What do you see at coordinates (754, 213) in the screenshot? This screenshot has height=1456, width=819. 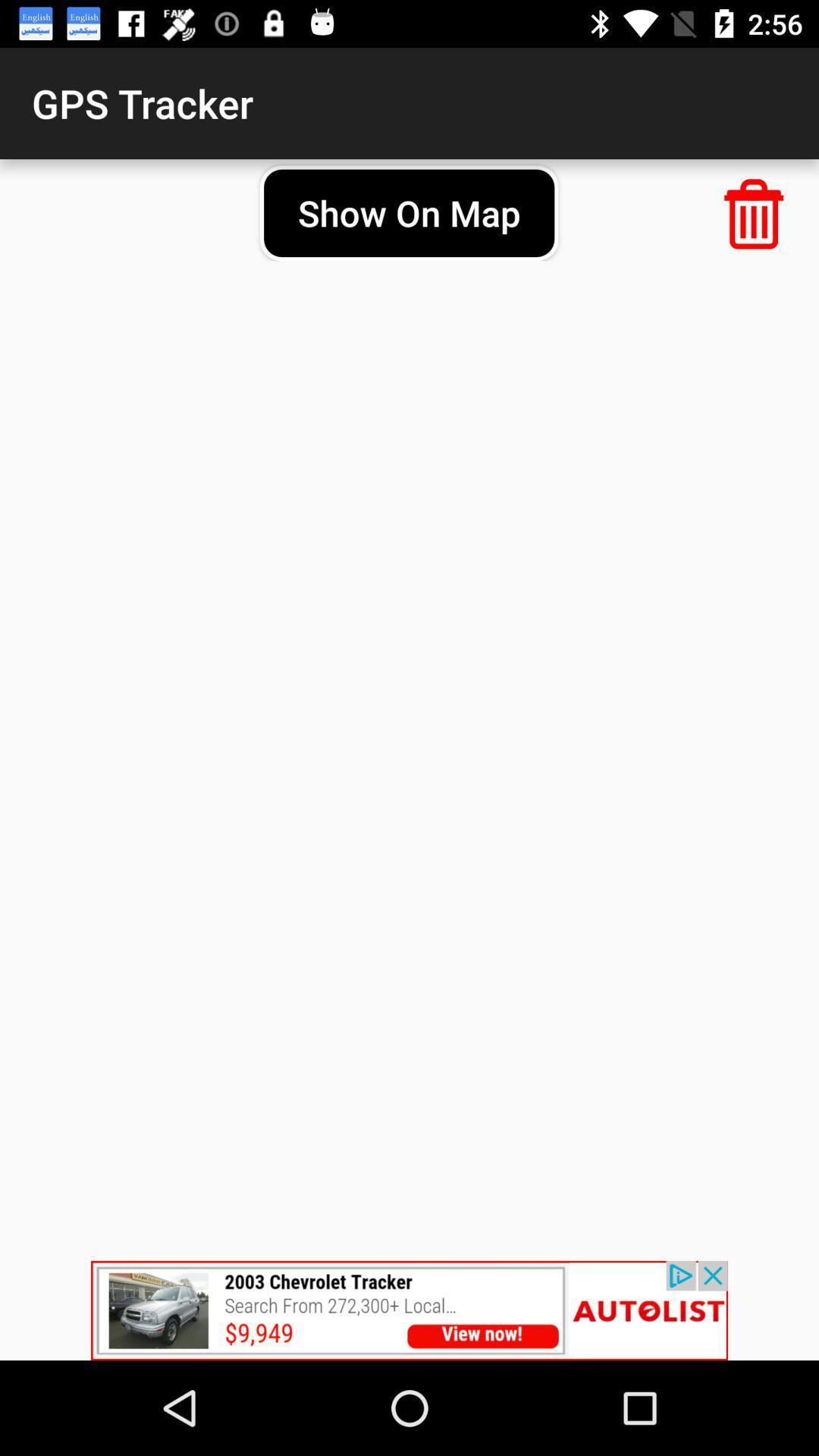 I see `deleted option` at bounding box center [754, 213].